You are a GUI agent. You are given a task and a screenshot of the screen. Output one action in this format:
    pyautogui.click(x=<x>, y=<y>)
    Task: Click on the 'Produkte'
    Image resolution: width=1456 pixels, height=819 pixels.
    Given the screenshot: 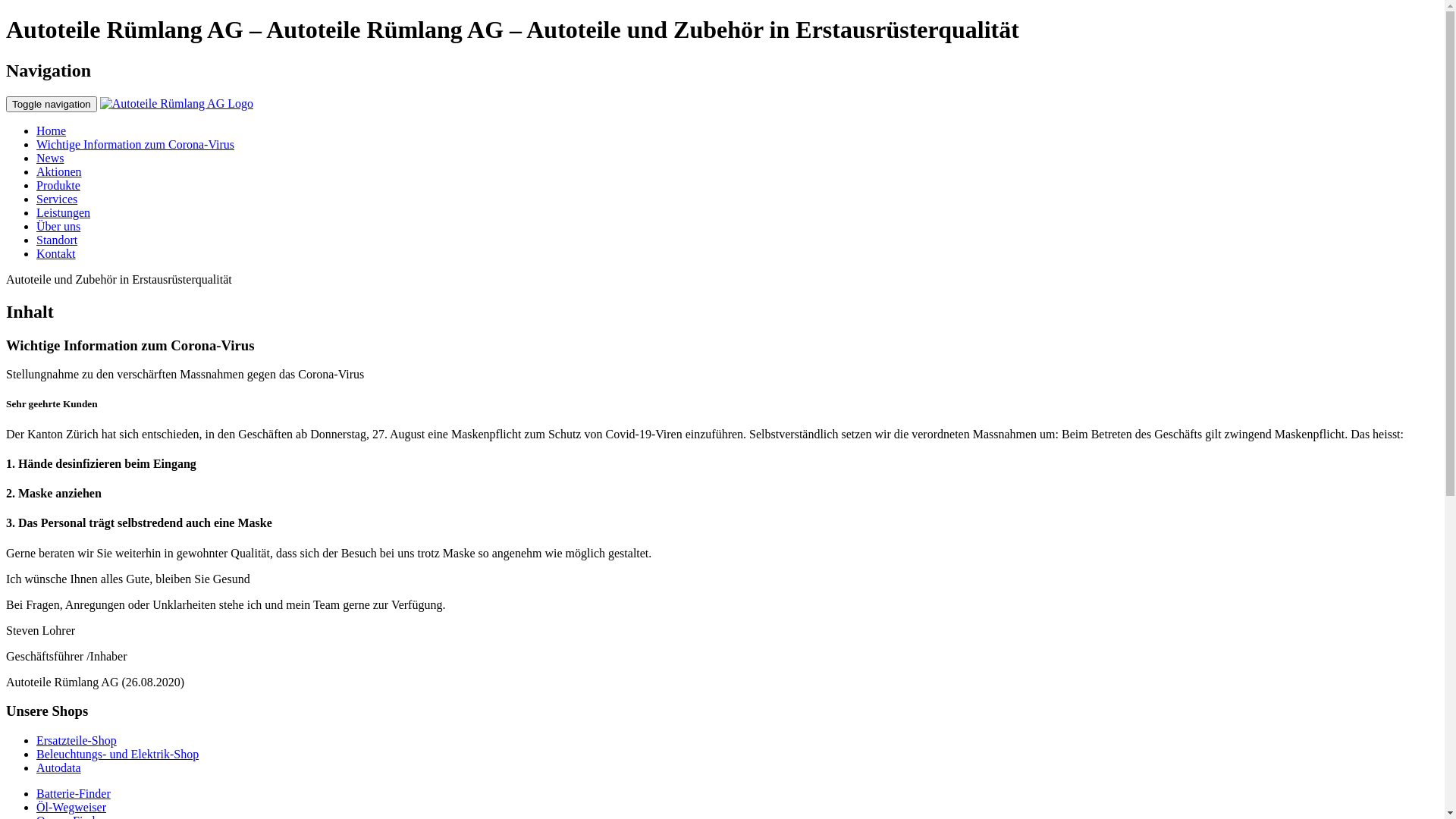 What is the action you would take?
    pyautogui.click(x=58, y=184)
    